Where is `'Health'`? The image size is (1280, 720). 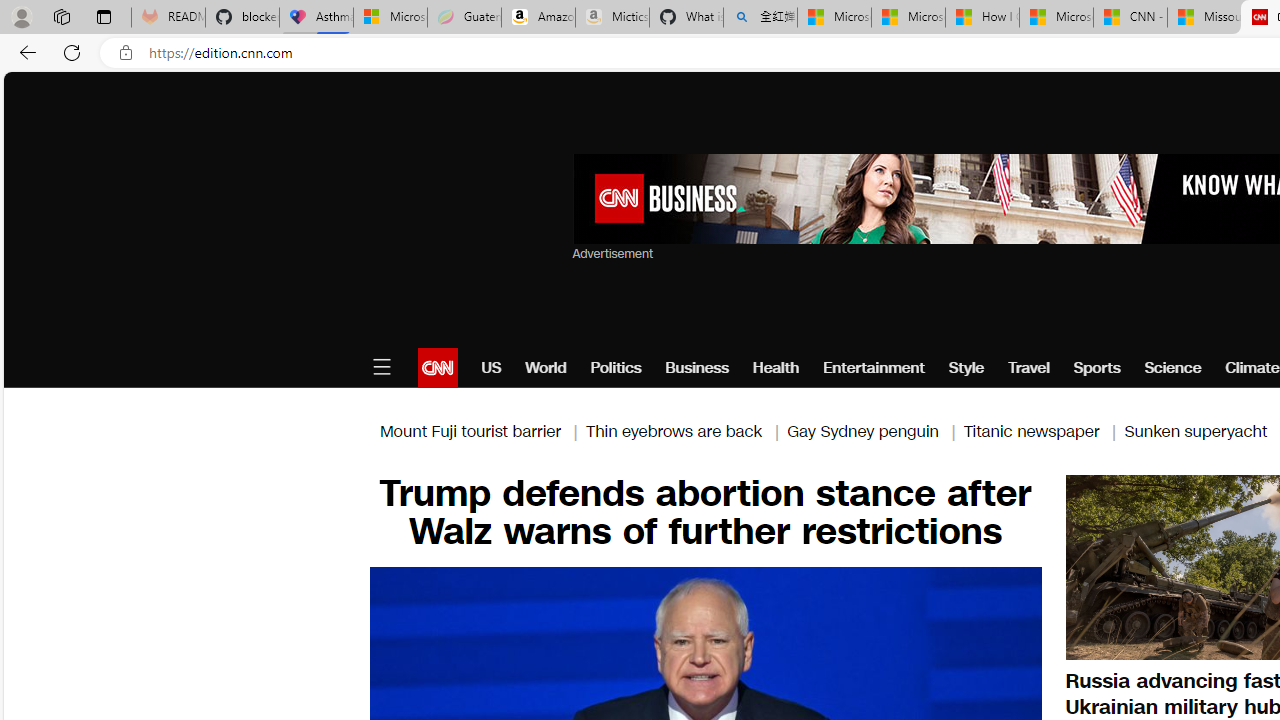 'Health' is located at coordinates (775, 367).